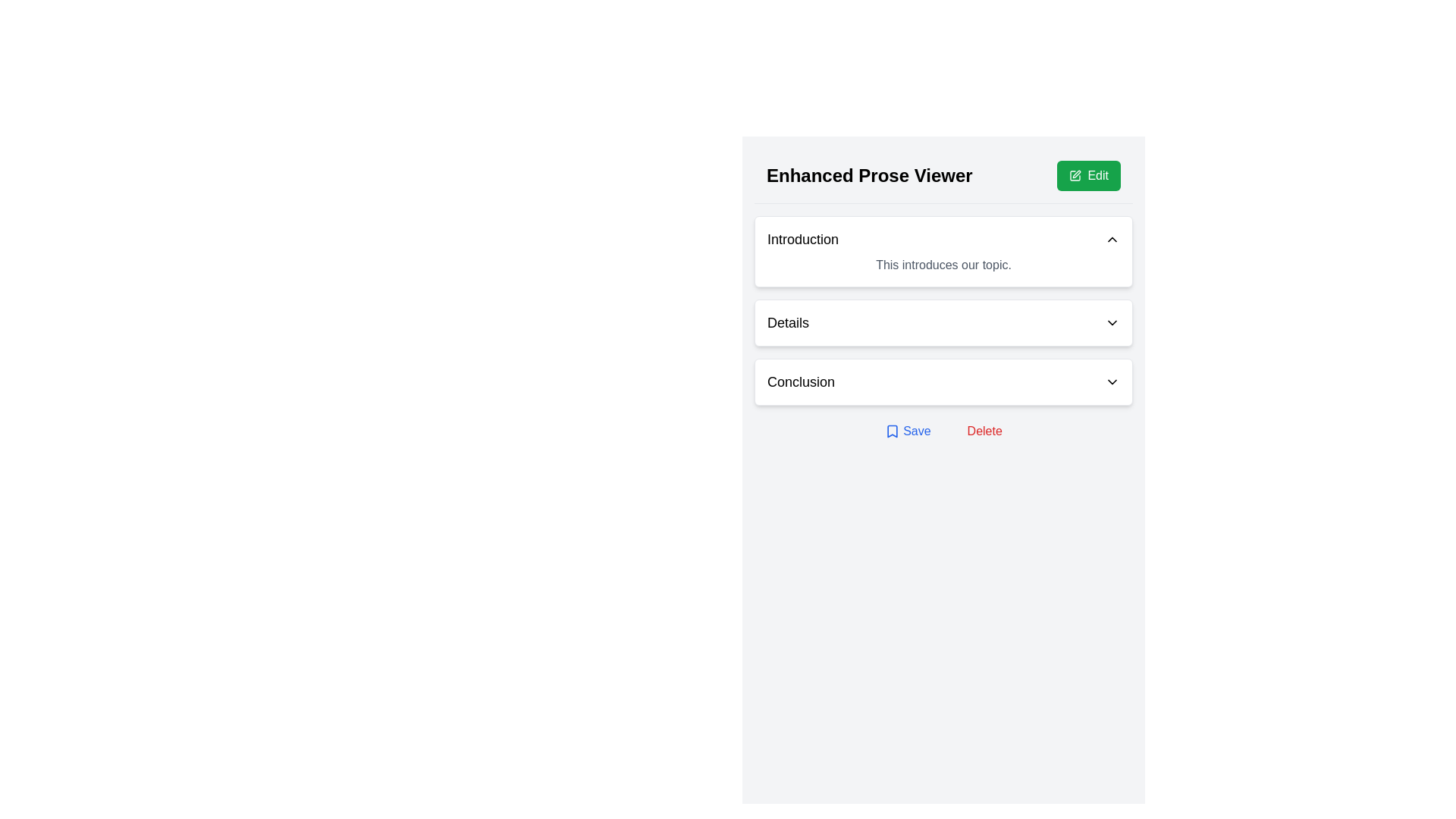 The width and height of the screenshot is (1456, 819). Describe the element at coordinates (1076, 174) in the screenshot. I see `the small vector graphic icon representing a pen and rectangle, located in the top-right header area, next to the green 'Edit' button` at that location.